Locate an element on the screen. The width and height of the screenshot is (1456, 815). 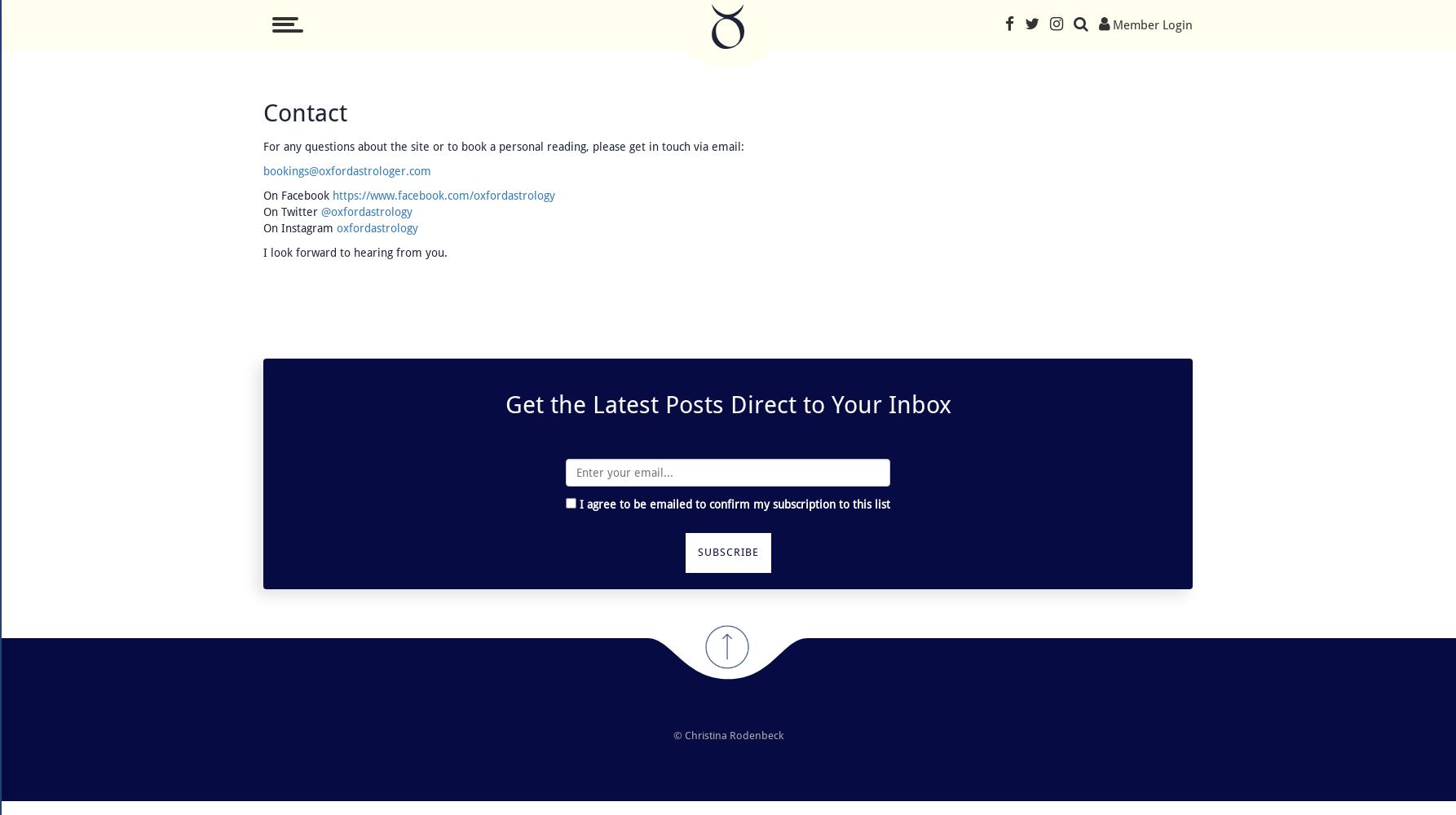
'Contact' is located at coordinates (305, 112).